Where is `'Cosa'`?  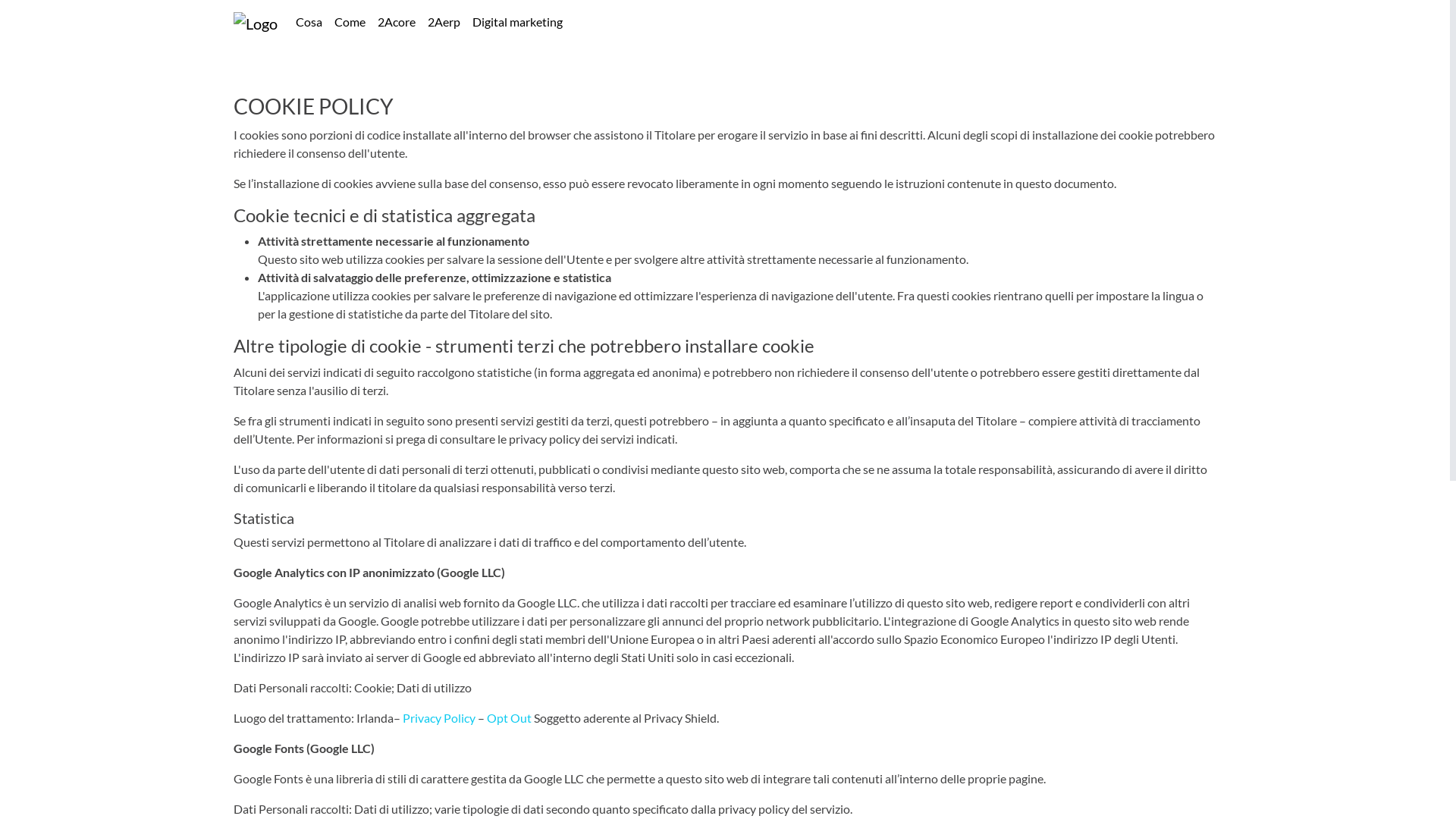 'Cosa' is located at coordinates (308, 22).